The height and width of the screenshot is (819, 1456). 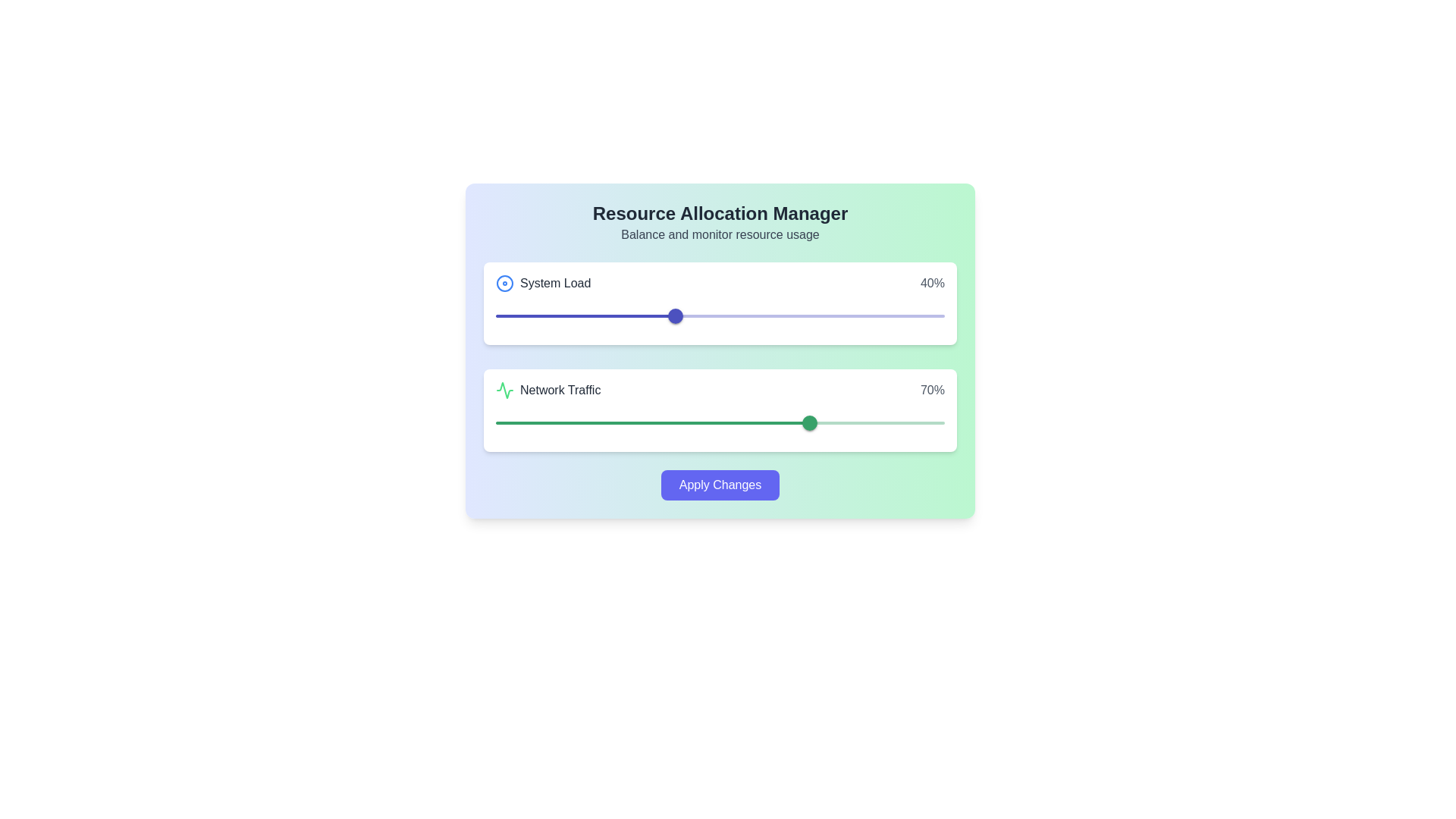 What do you see at coordinates (720, 485) in the screenshot?
I see `the call-to-action button at the bottom-center of the resource management card to observe the visual change` at bounding box center [720, 485].